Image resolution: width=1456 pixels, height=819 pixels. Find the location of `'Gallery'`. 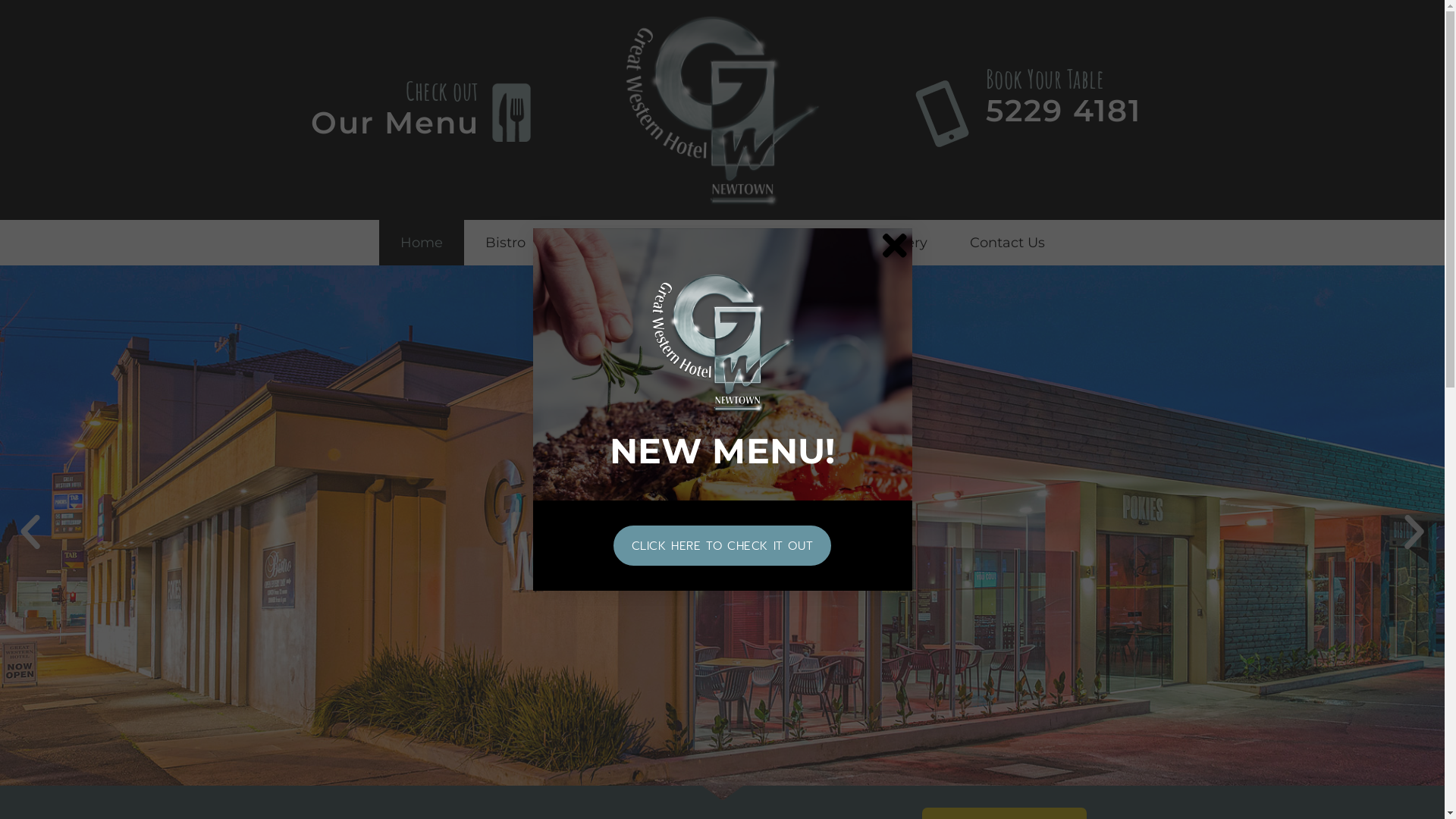

'Gallery' is located at coordinates (903, 242).